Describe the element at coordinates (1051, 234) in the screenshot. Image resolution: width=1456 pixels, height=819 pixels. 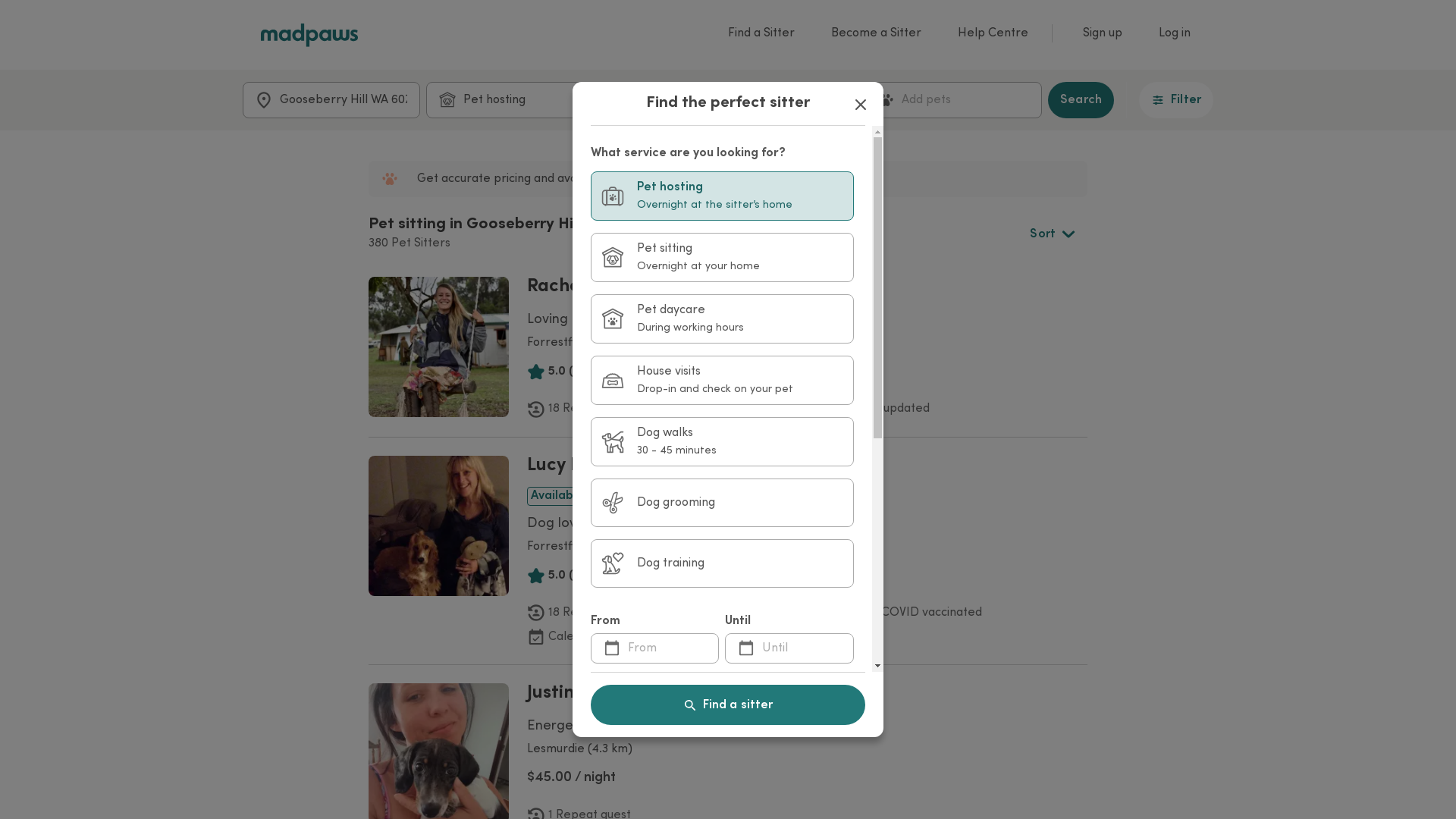
I see `'Sort'` at that location.